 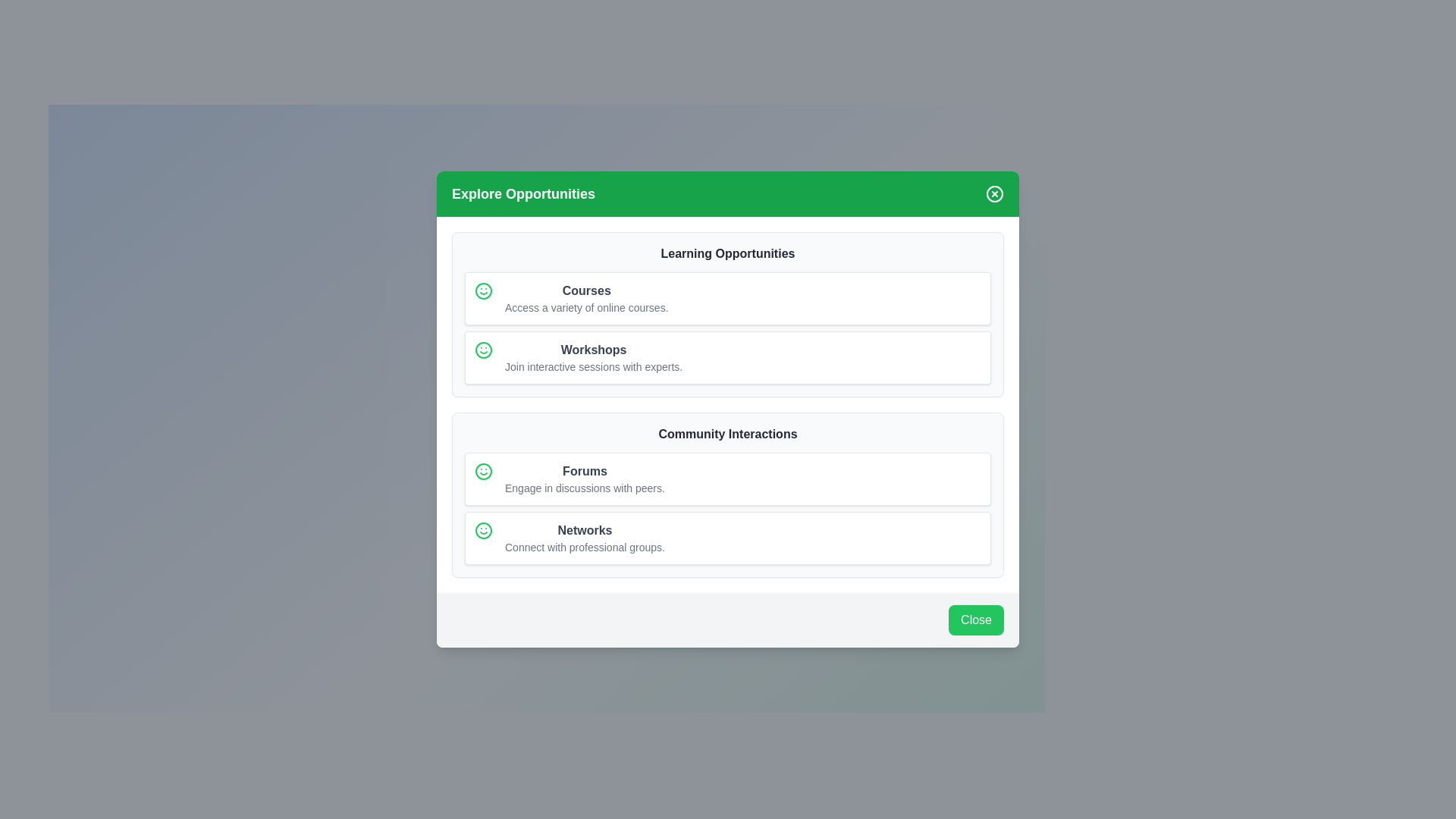 I want to click on the text label indicating 'Workshops', which serves as a title for the section under 'Learning Opportunities', so click(x=593, y=350).